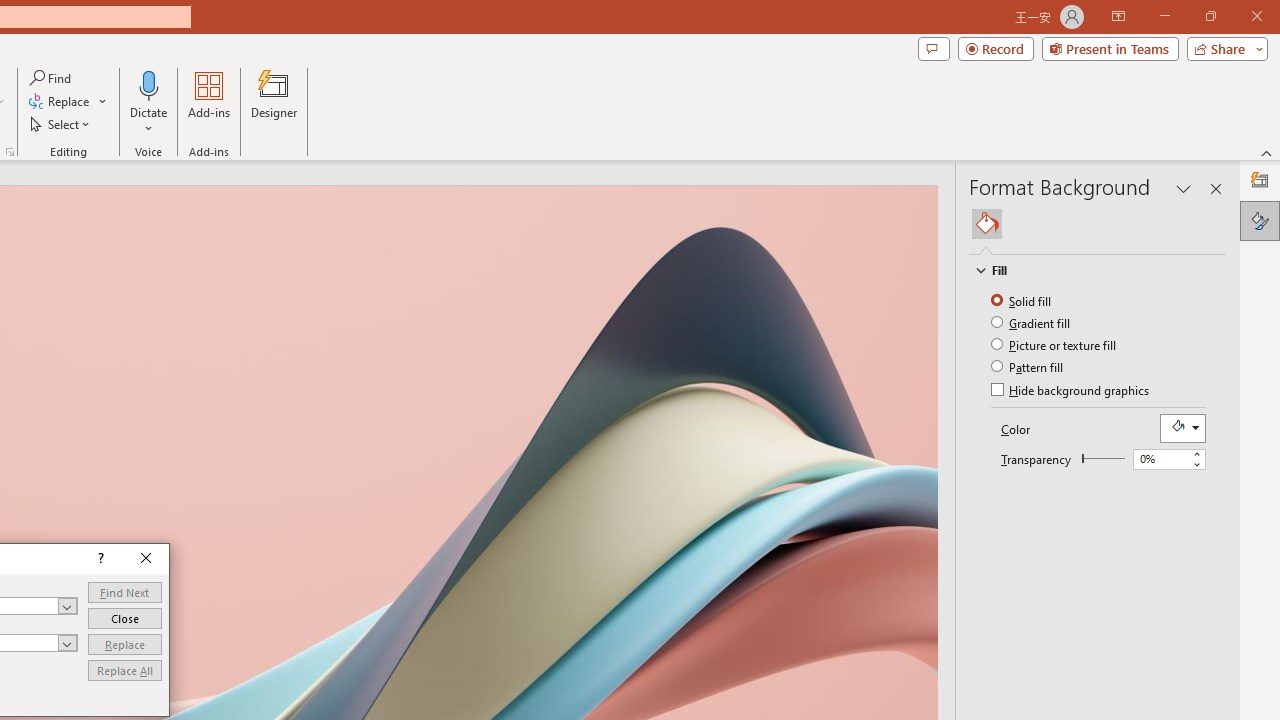  Describe the element at coordinates (1022, 300) in the screenshot. I see `'Solid fill'` at that location.